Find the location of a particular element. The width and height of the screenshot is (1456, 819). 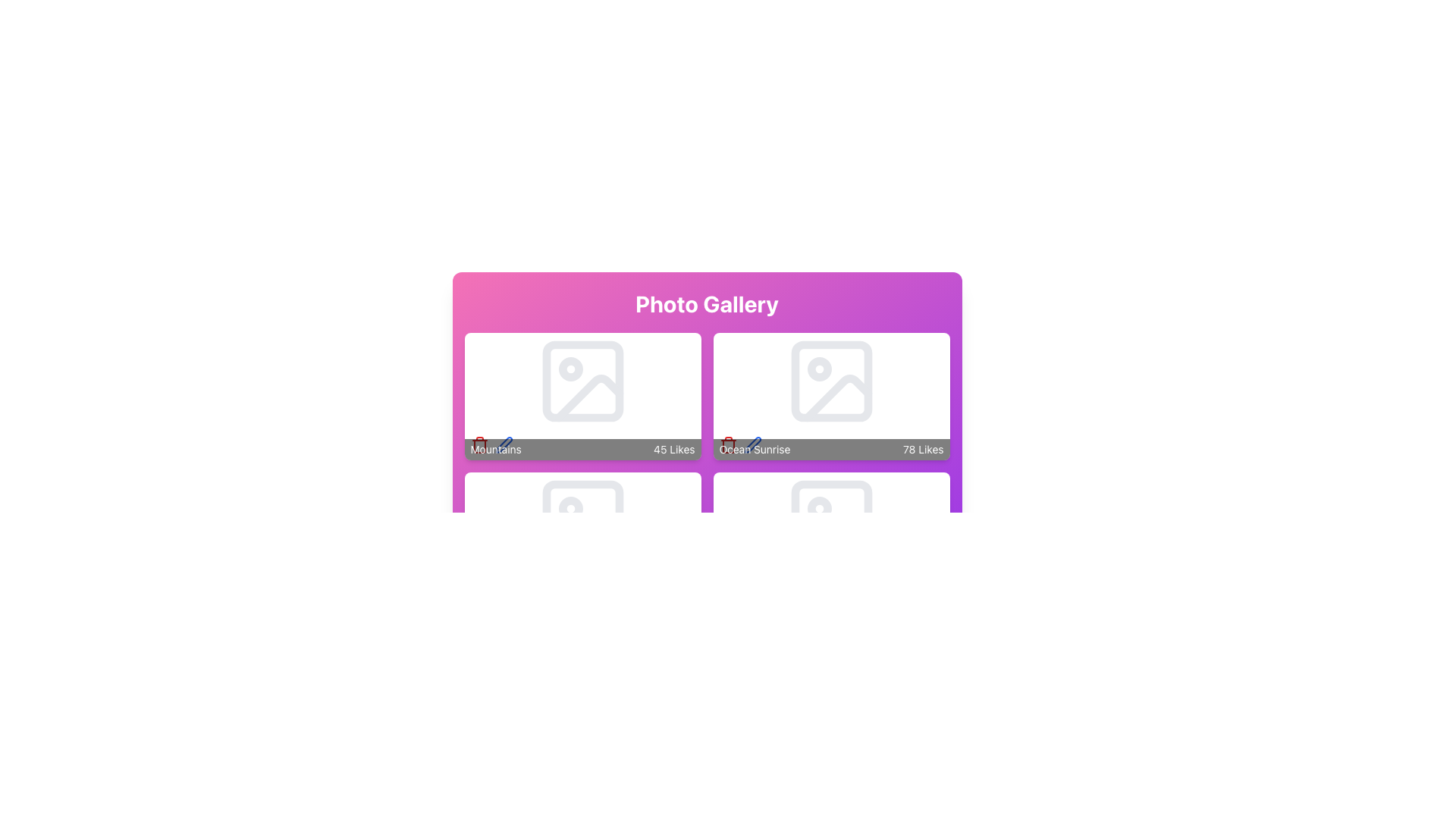

the image placeholder located in the top-left card of the 'Photo Gallery' layout, positioned above the text labels 'Mountains' and '45 Likes' is located at coordinates (582, 380).